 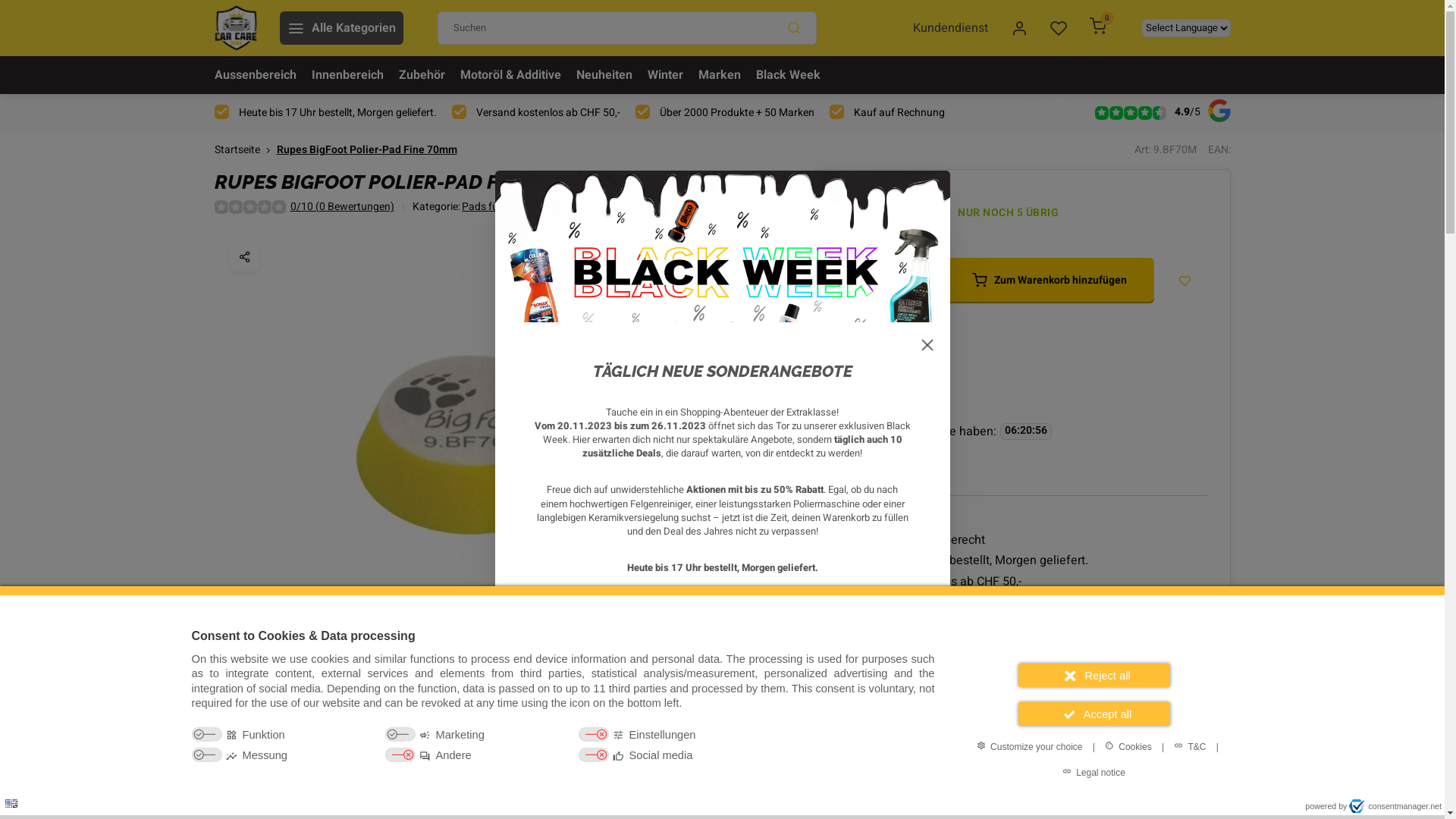 I want to click on 'Customize your choice', so click(x=1029, y=745).